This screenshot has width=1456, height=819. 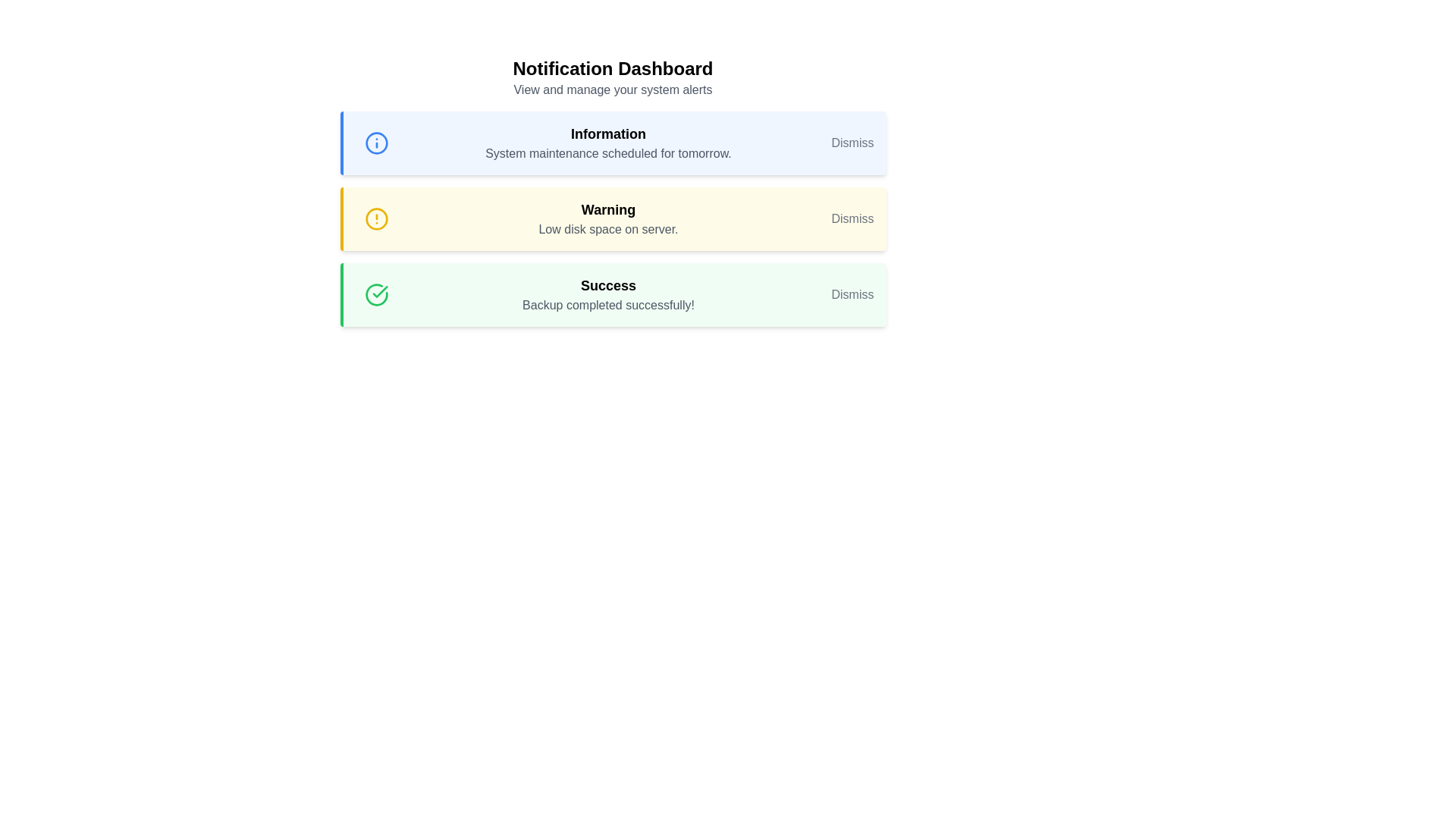 I want to click on the 'Dismiss' button located at the top-right corner of the 'Information' notification card to change its text color, so click(x=852, y=143).